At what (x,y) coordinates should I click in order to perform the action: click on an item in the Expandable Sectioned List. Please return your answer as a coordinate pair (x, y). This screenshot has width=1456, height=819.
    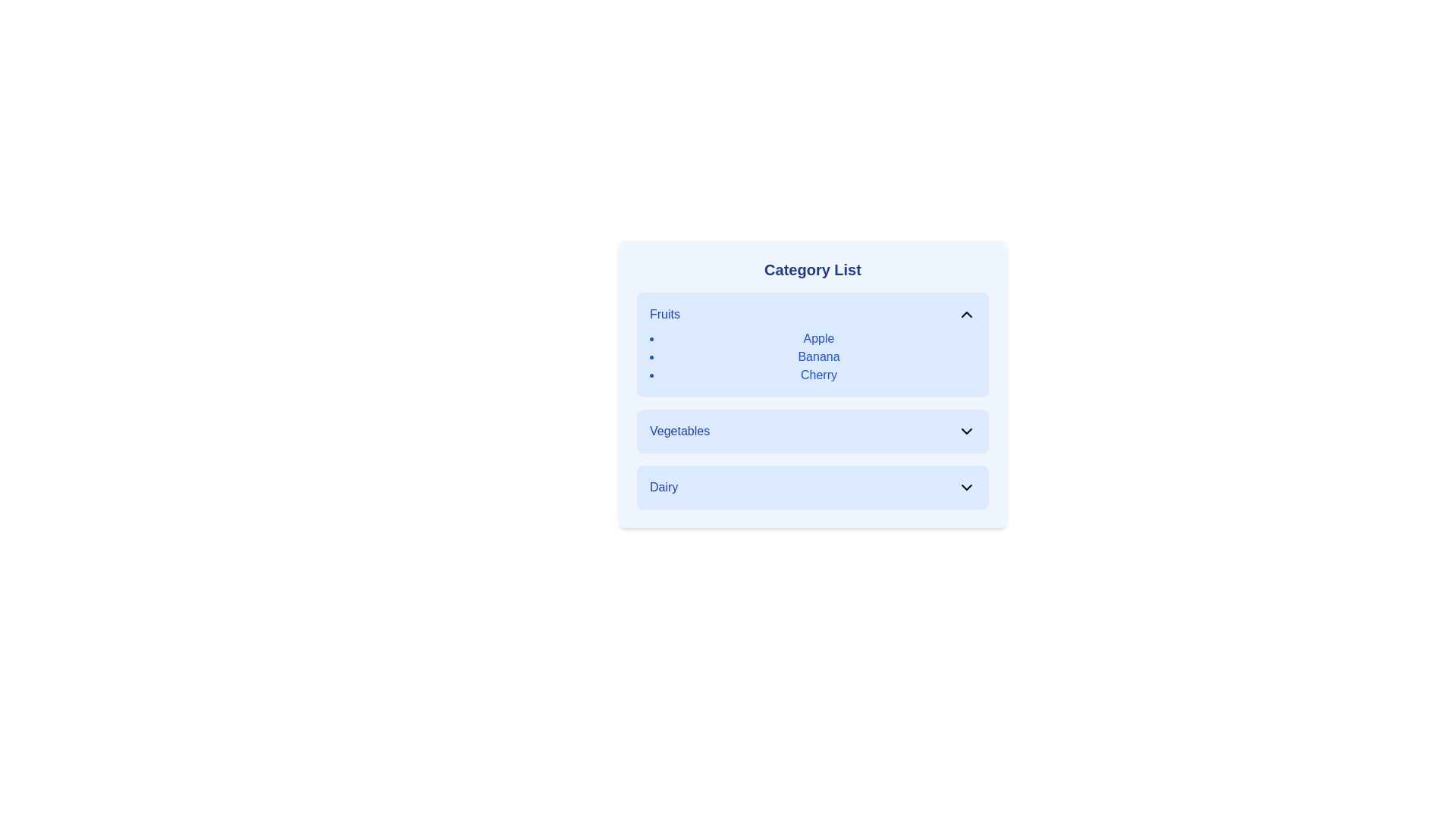
    Looking at the image, I should click on (811, 383).